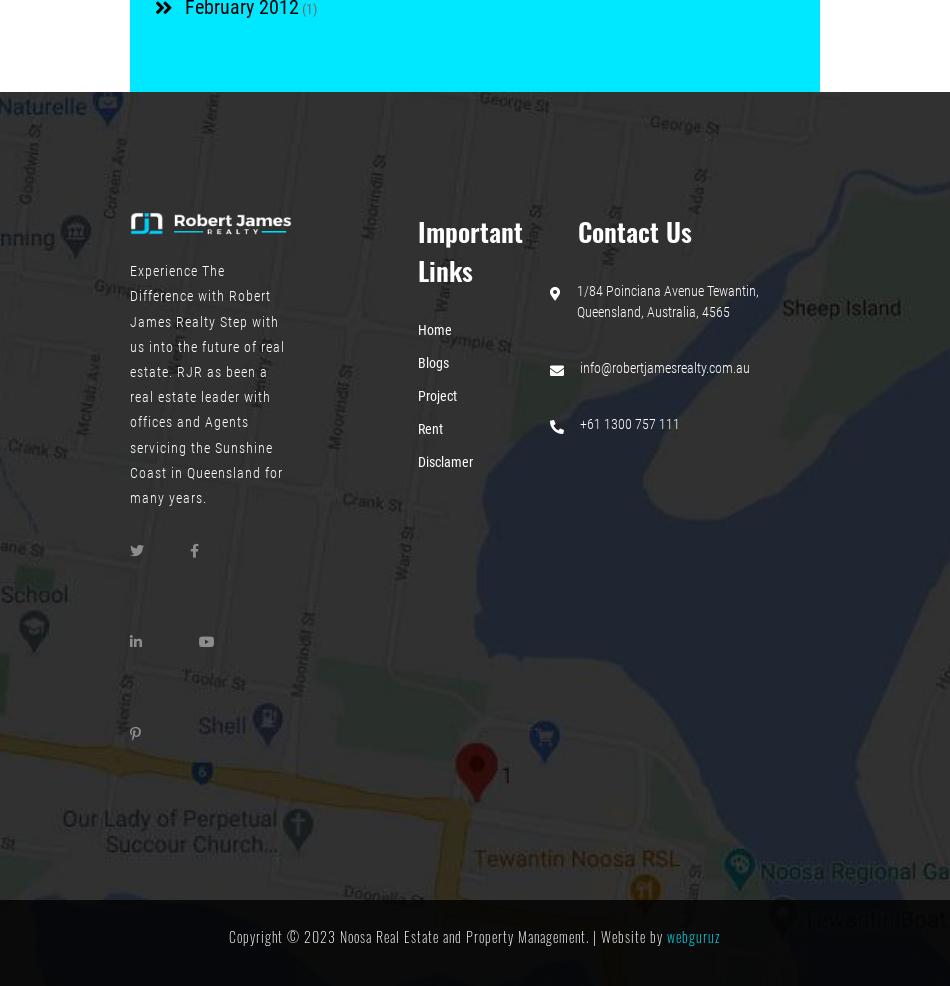  What do you see at coordinates (665, 365) in the screenshot?
I see `'info@robertjamesrealty.com.au'` at bounding box center [665, 365].